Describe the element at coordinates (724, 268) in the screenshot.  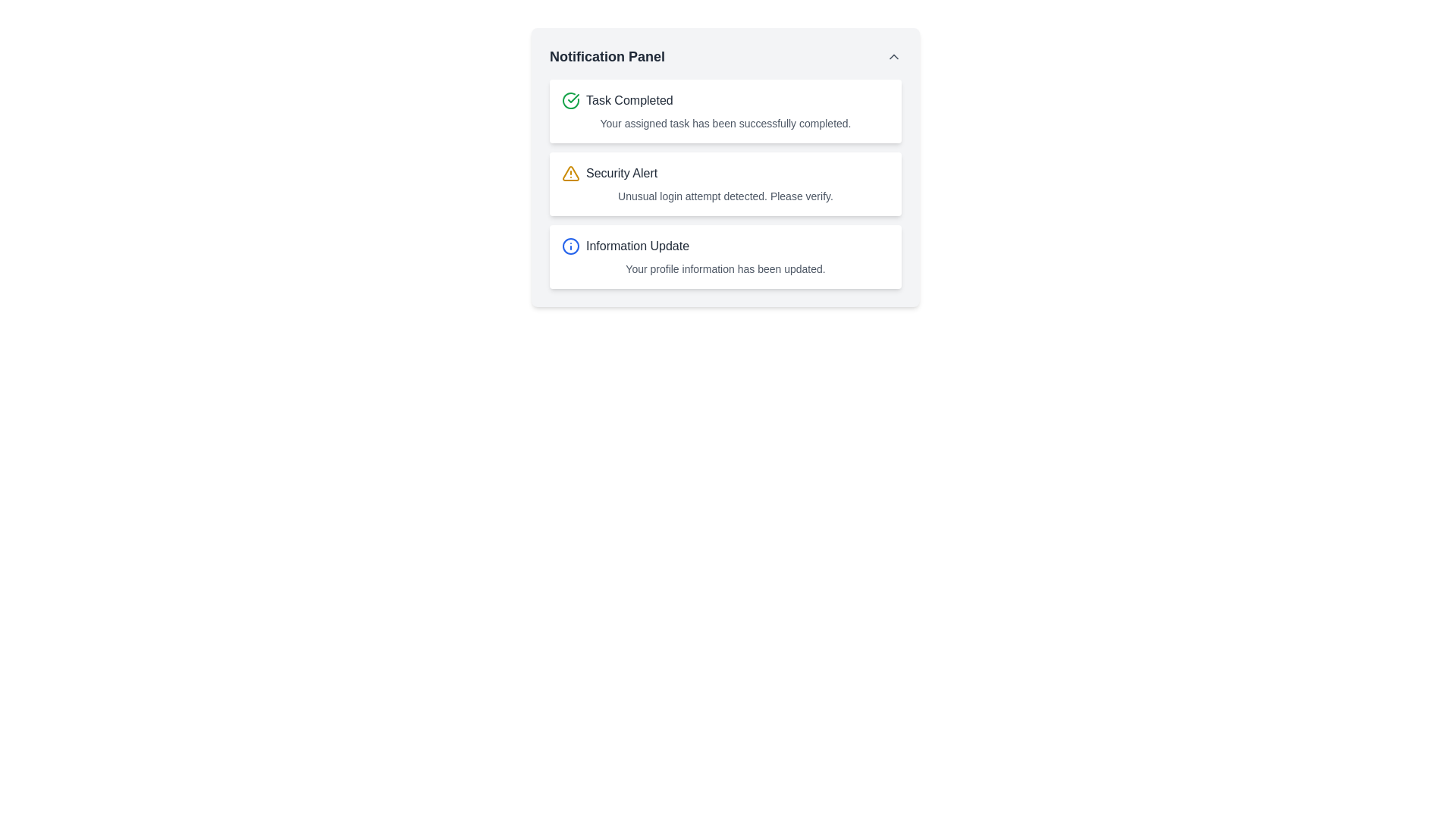
I see `confirmation message text label that displays a successful update to the user's profile information, located beneath the title 'Information Update'` at that location.